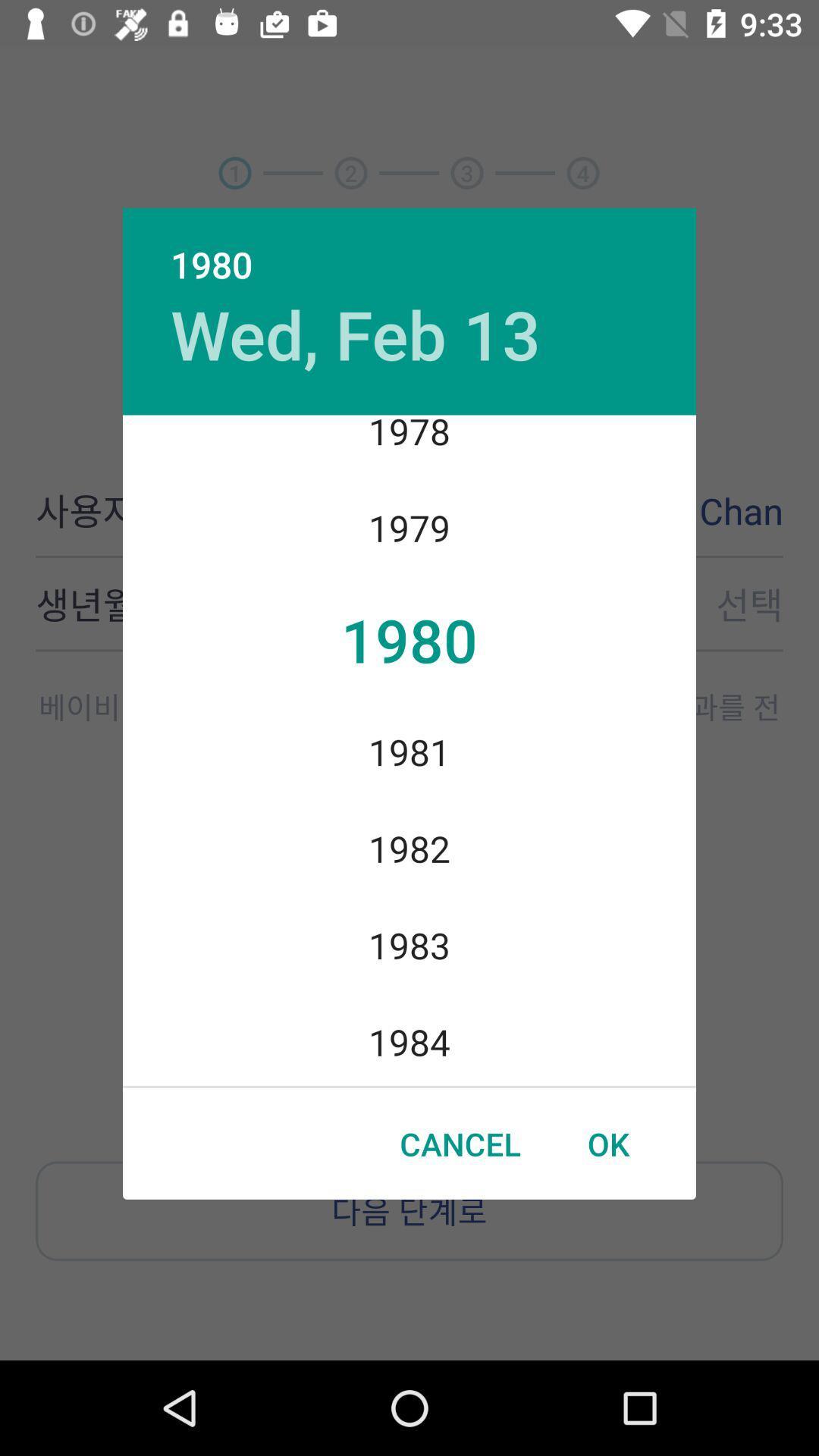 The height and width of the screenshot is (1456, 819). Describe the element at coordinates (607, 1144) in the screenshot. I see `the item below 1984 icon` at that location.